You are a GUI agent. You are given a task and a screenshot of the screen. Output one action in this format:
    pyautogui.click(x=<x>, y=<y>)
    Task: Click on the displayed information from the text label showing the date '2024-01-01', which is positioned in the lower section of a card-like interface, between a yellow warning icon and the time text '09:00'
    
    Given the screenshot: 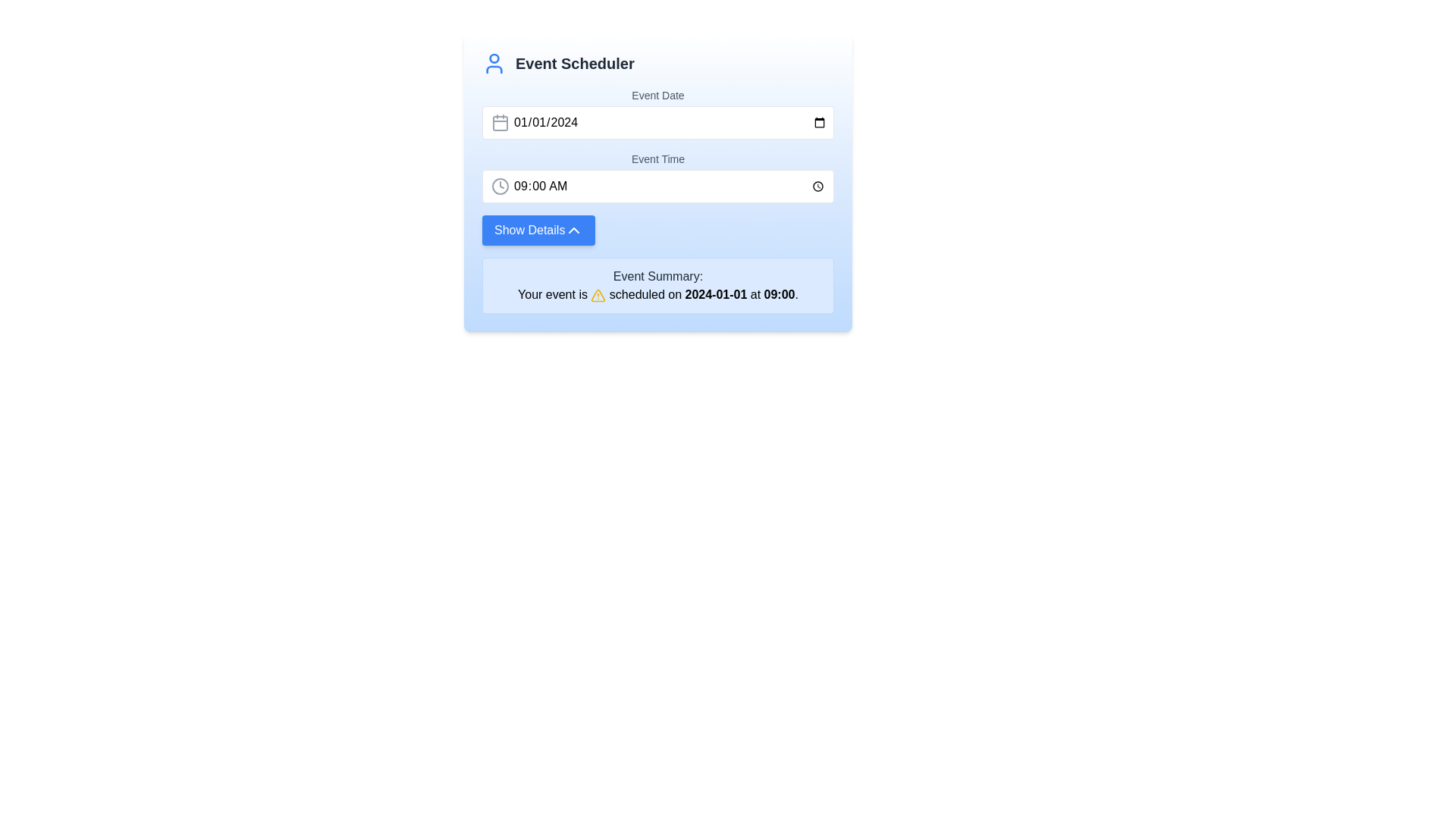 What is the action you would take?
    pyautogui.click(x=715, y=294)
    